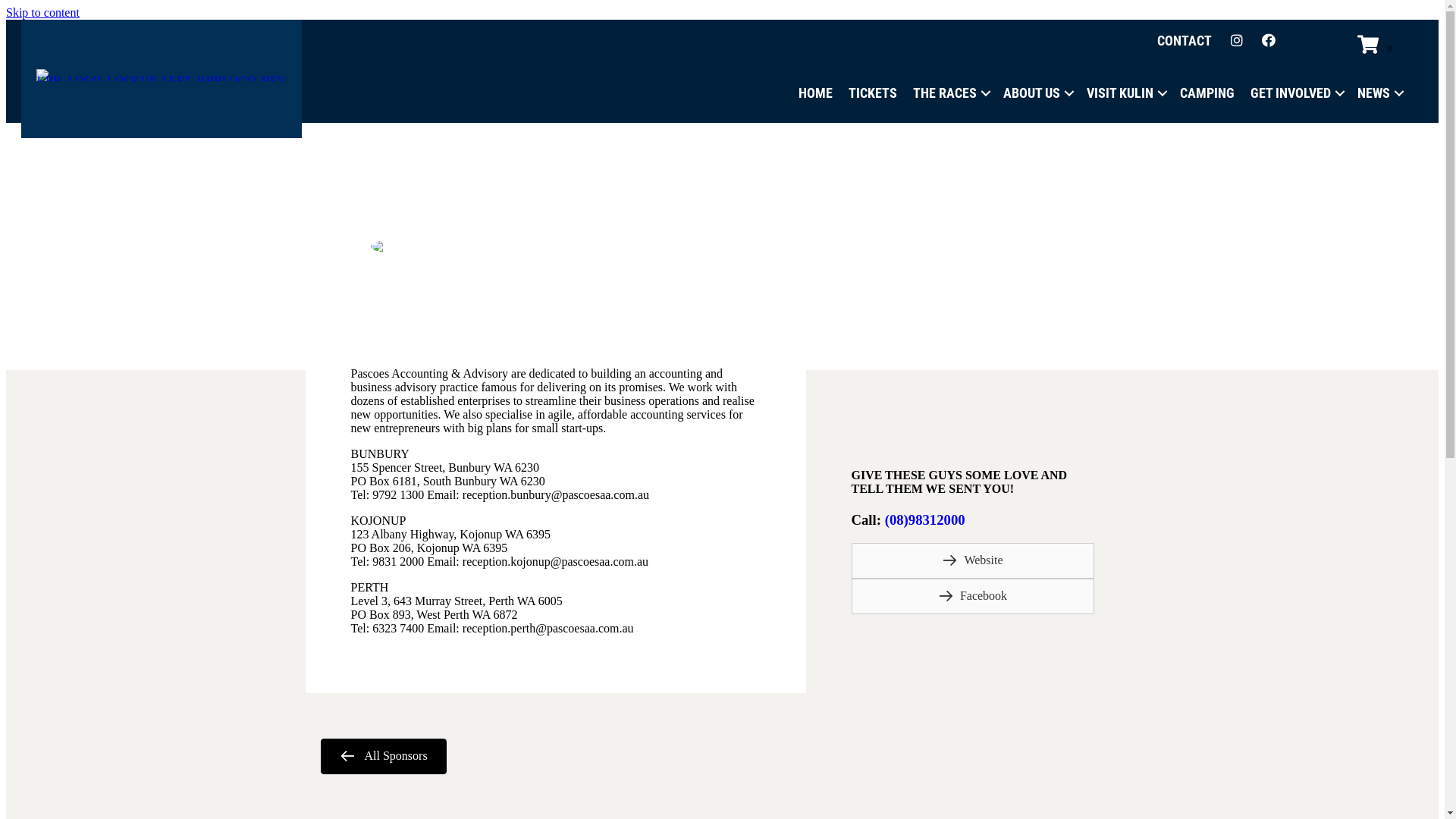 The image size is (1456, 819). Describe the element at coordinates (1036, 93) in the screenshot. I see `'ABOUT US'` at that location.